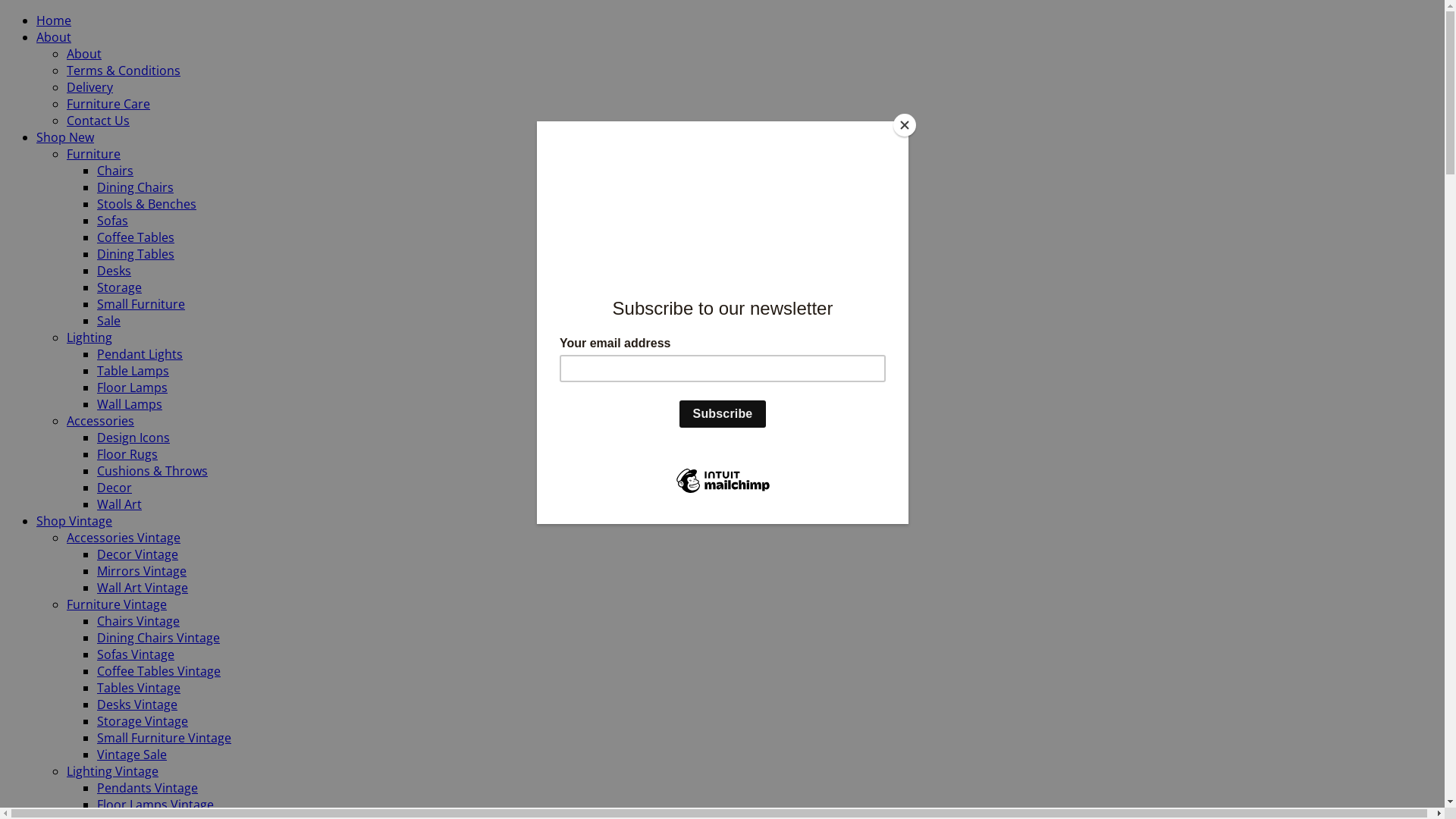  I want to click on 'Floor Lamps', so click(132, 386).